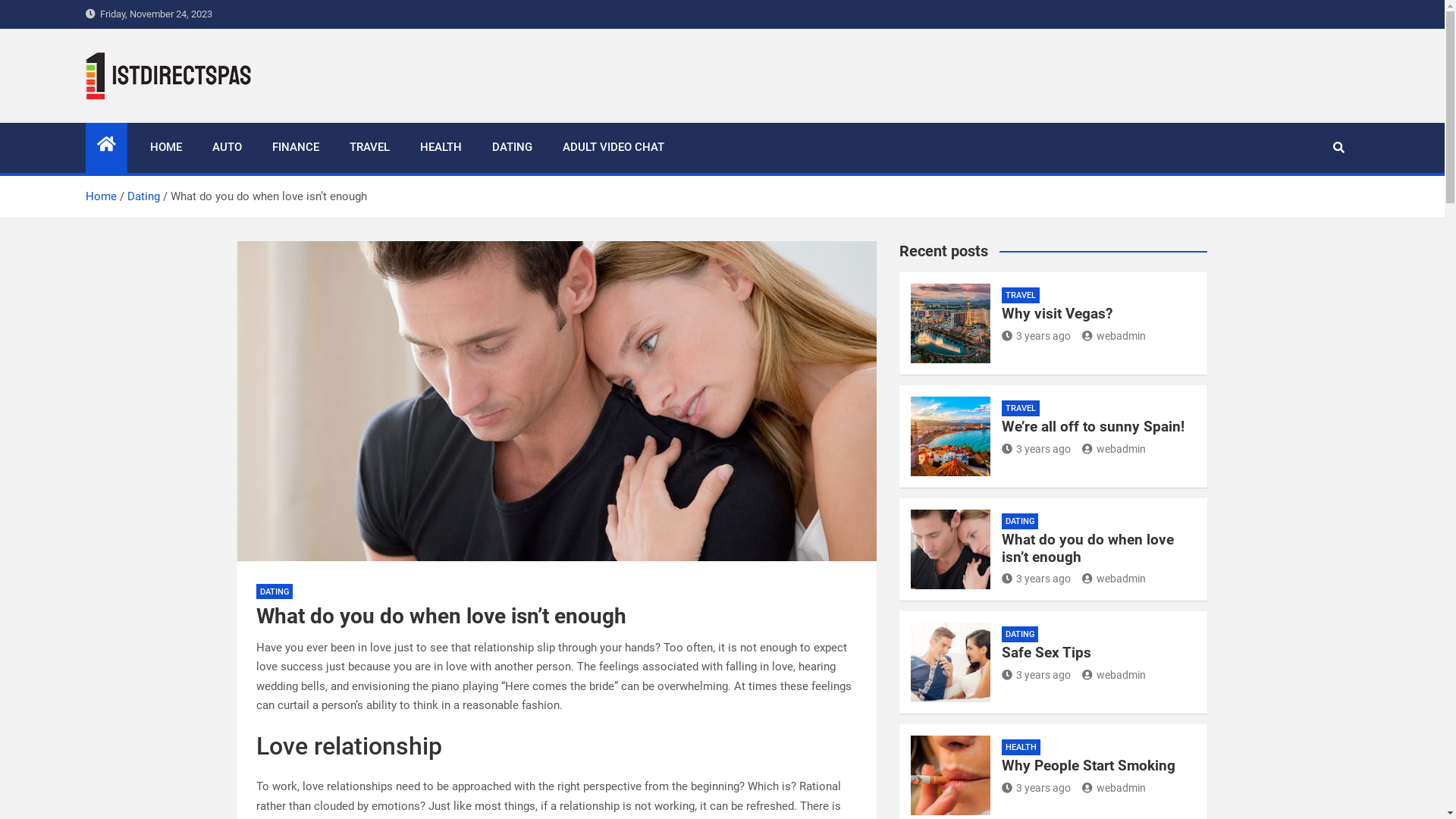 The image size is (1456, 819). Describe the element at coordinates (1056, 312) in the screenshot. I see `'Why visit Vegas?'` at that location.